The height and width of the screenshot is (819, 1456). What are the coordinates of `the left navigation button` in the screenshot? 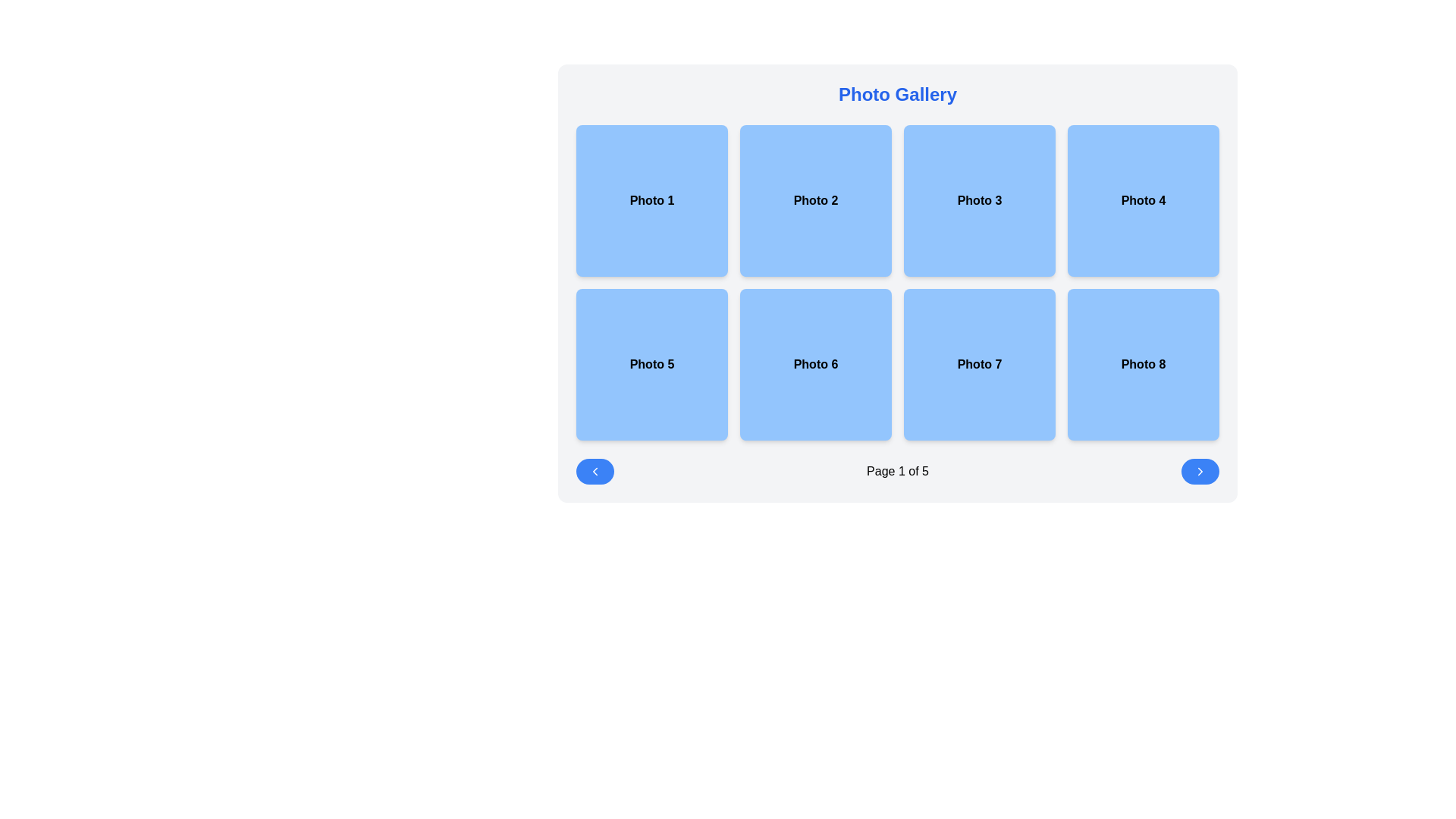 It's located at (595, 470).